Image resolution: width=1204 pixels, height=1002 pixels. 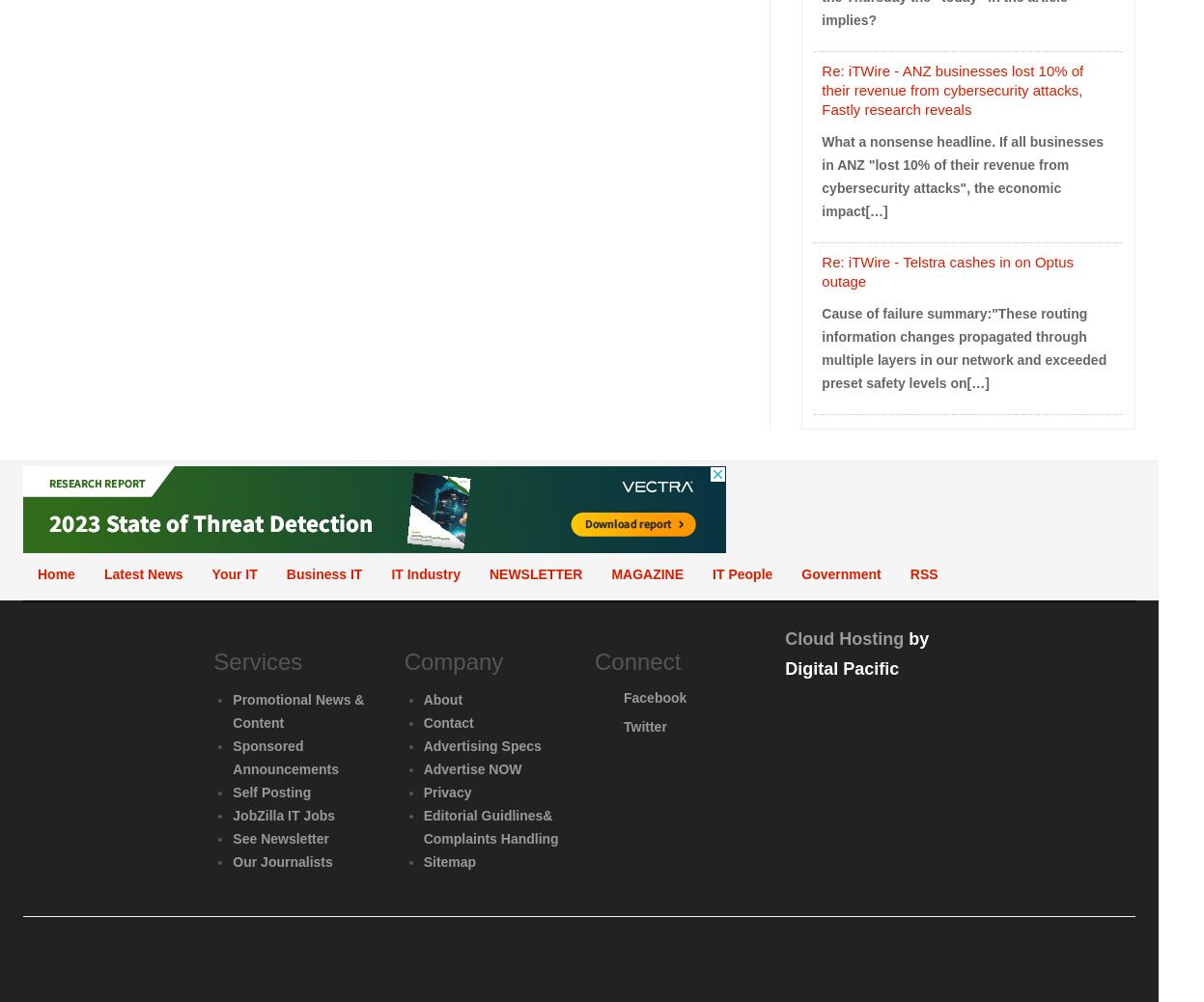 What do you see at coordinates (256, 659) in the screenshot?
I see `'Services'` at bounding box center [256, 659].